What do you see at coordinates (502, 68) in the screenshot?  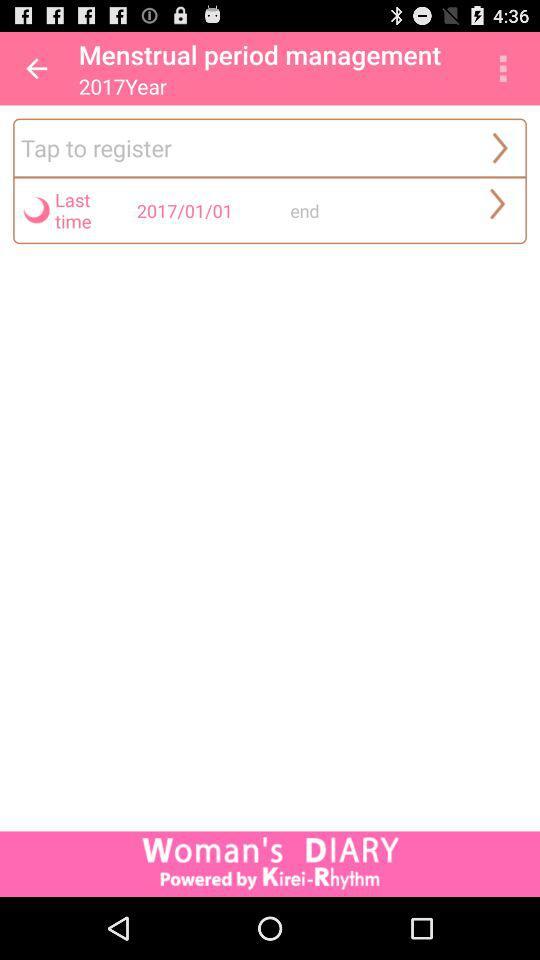 I see `item to the right of the menstrual period management` at bounding box center [502, 68].